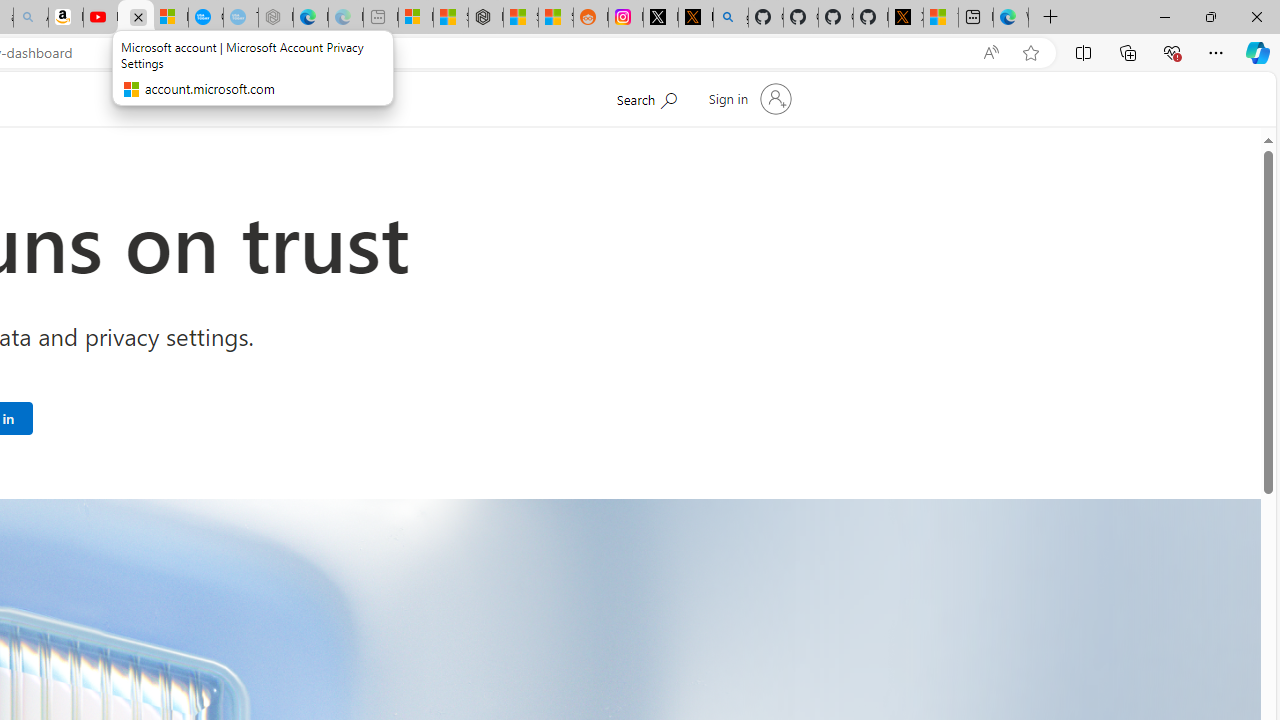 The height and width of the screenshot is (720, 1280). What do you see at coordinates (100, 17) in the screenshot?
I see `'Day 1: Arriving in Yemen (surreal to be here) - YouTube'` at bounding box center [100, 17].